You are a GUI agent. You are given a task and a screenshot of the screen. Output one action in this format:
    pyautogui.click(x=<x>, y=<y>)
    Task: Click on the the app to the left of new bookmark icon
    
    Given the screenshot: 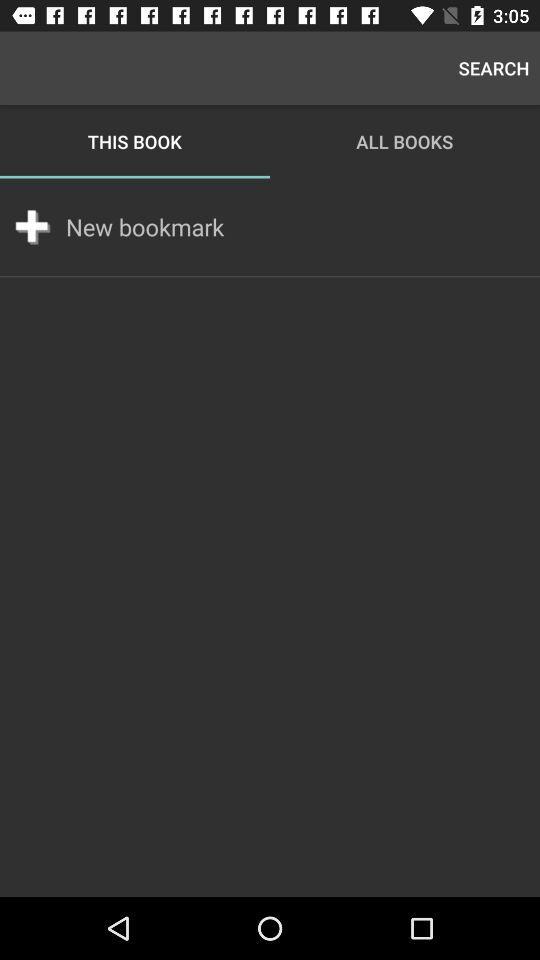 What is the action you would take?
    pyautogui.click(x=31, y=227)
    